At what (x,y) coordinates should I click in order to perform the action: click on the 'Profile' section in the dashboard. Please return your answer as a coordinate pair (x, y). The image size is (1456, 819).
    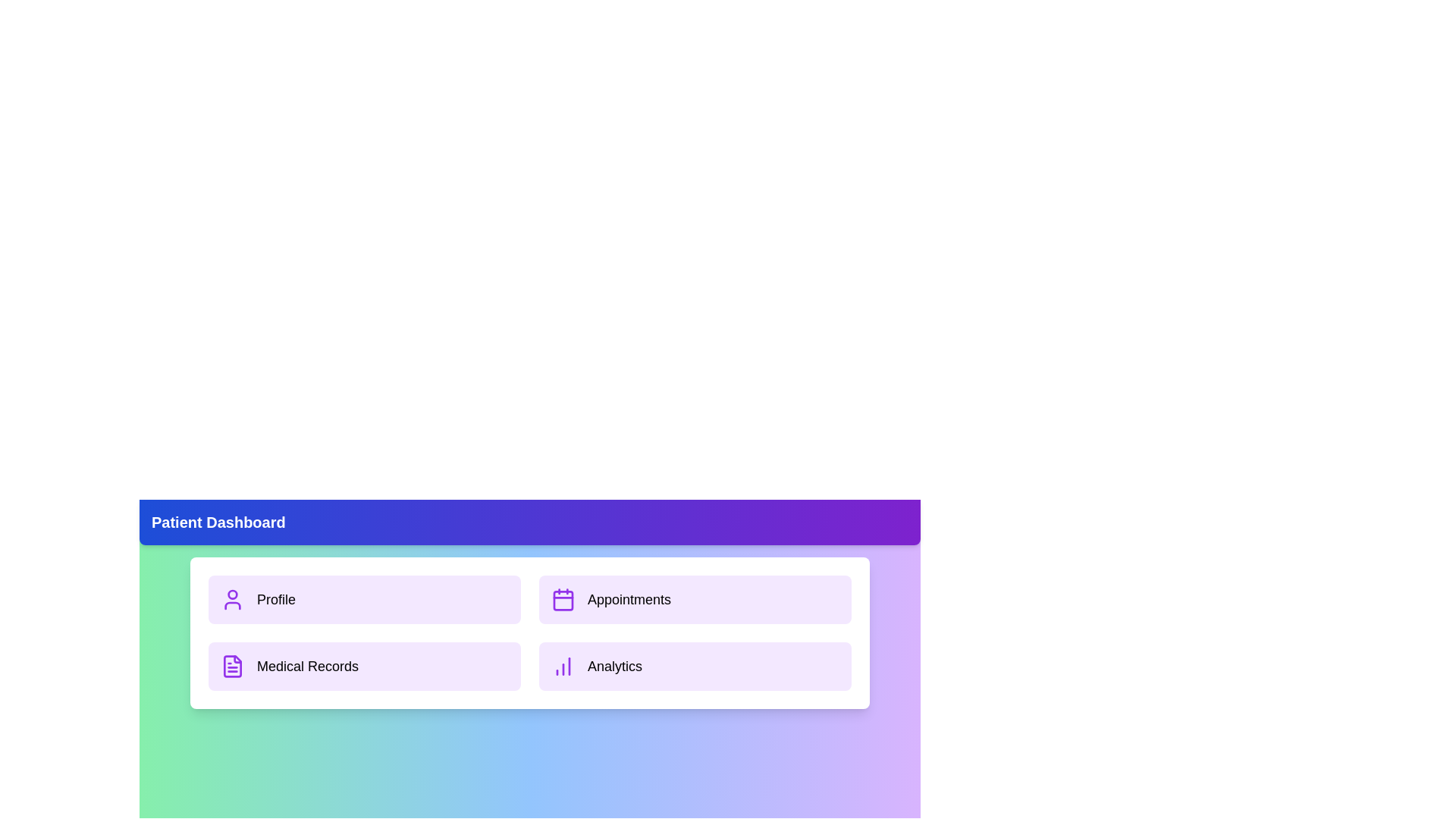
    Looking at the image, I should click on (364, 598).